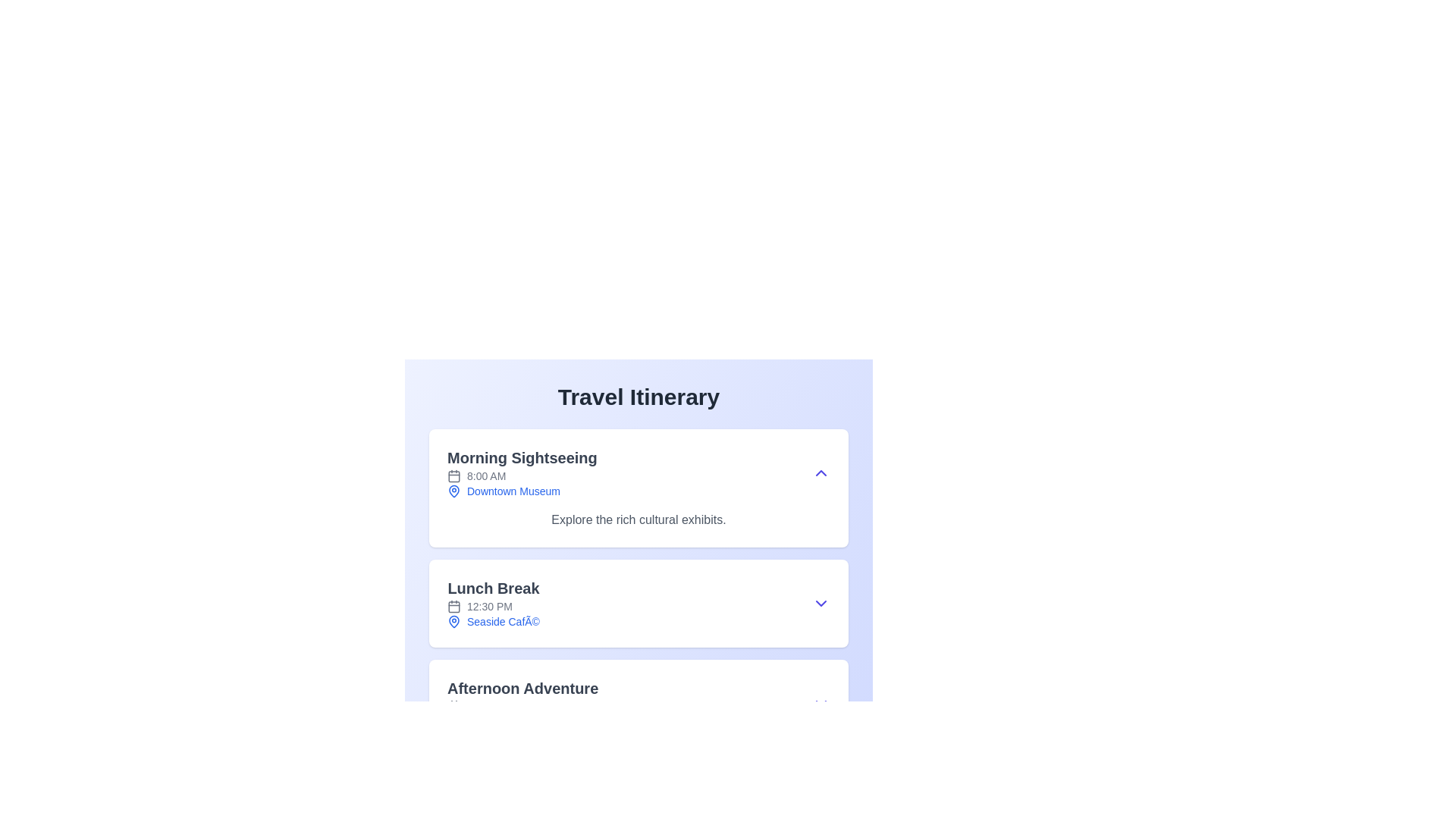 The image size is (1456, 819). Describe the element at coordinates (493, 605) in the screenshot. I see `displayed time associated with the 'Lunch Break' activity, located in the section labeled 'Lunch Break' below the main title and above 'Seaside Café'` at that location.